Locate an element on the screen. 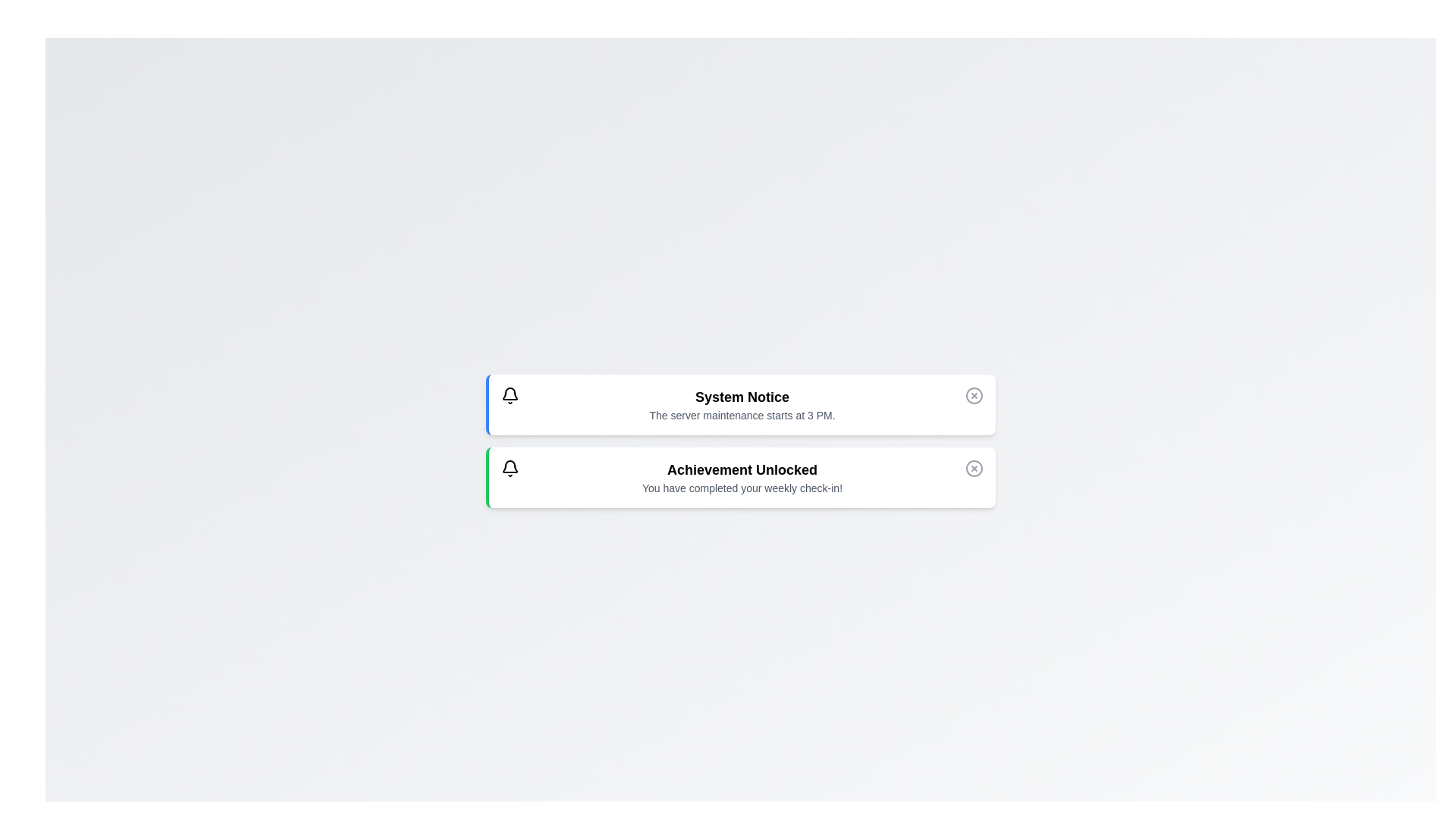  close icon of the notification with title 'Achievement Unlocked' is located at coordinates (974, 467).